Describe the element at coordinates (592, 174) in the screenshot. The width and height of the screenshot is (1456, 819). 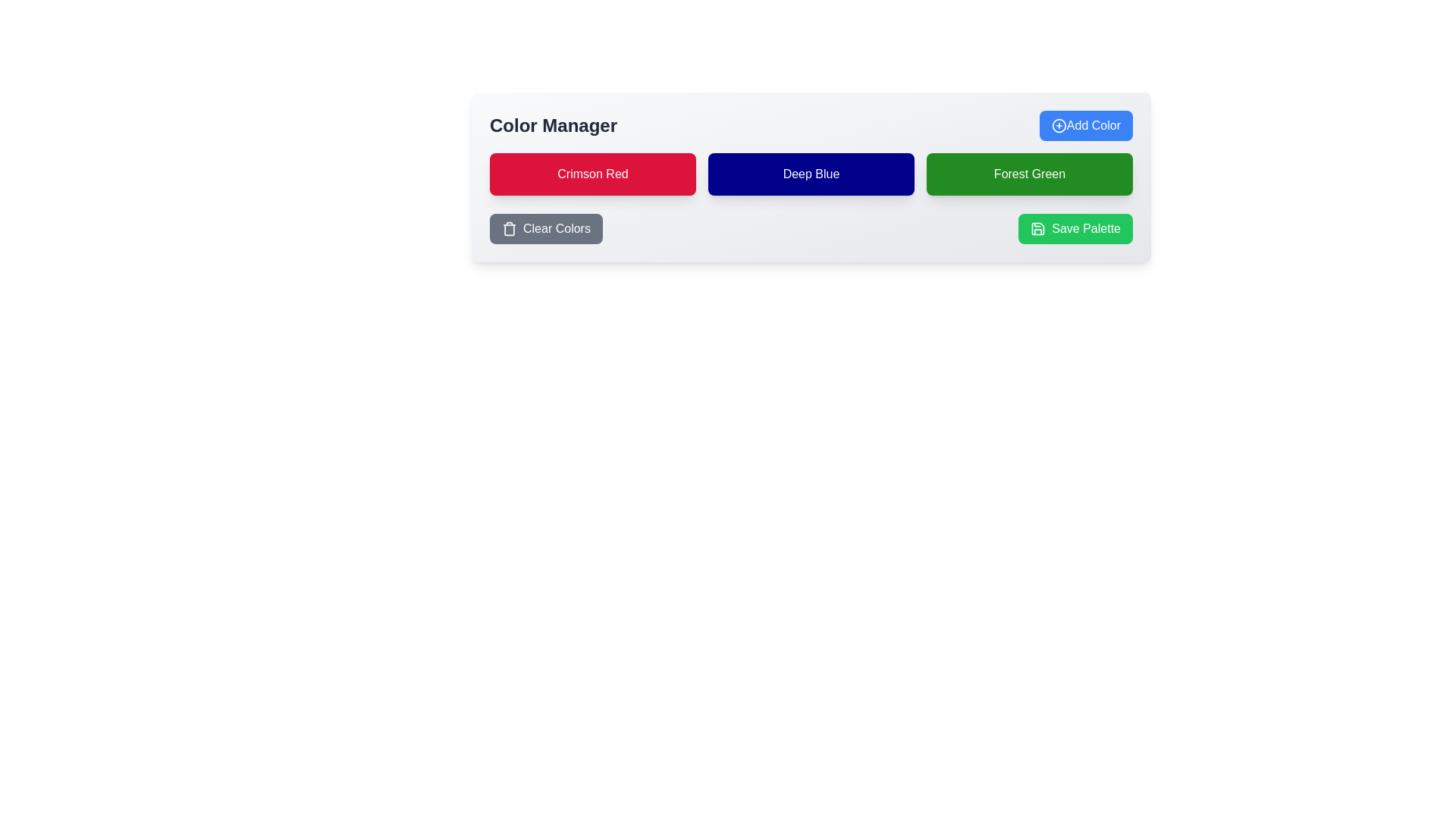
I see `the 'Crimson Red' button` at that location.